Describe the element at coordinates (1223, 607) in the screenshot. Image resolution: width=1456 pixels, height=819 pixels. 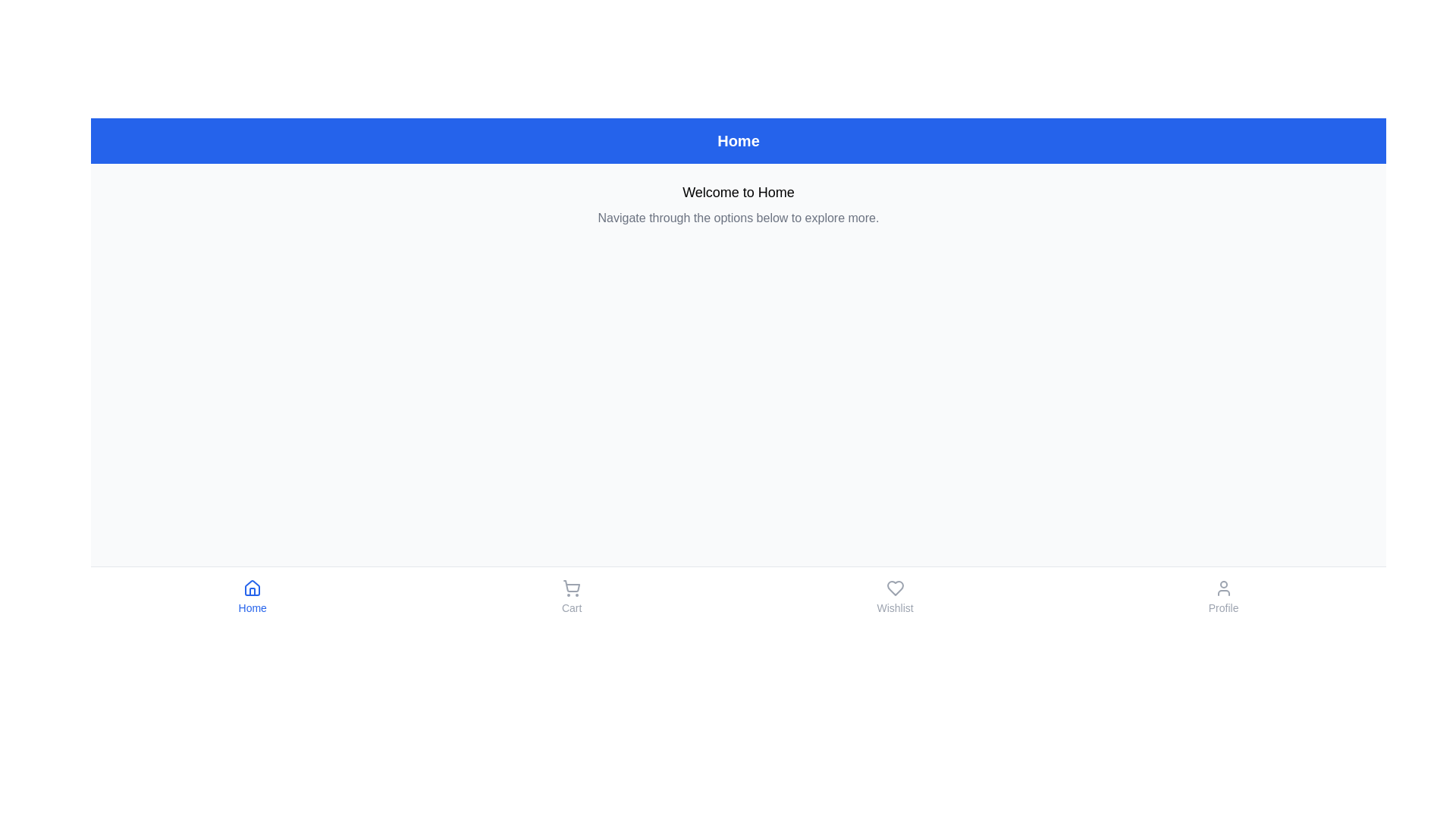
I see `the 'Profile' text label, which serves as a navigation aid for the adjacent user icon in the bottom navigation bar` at that location.